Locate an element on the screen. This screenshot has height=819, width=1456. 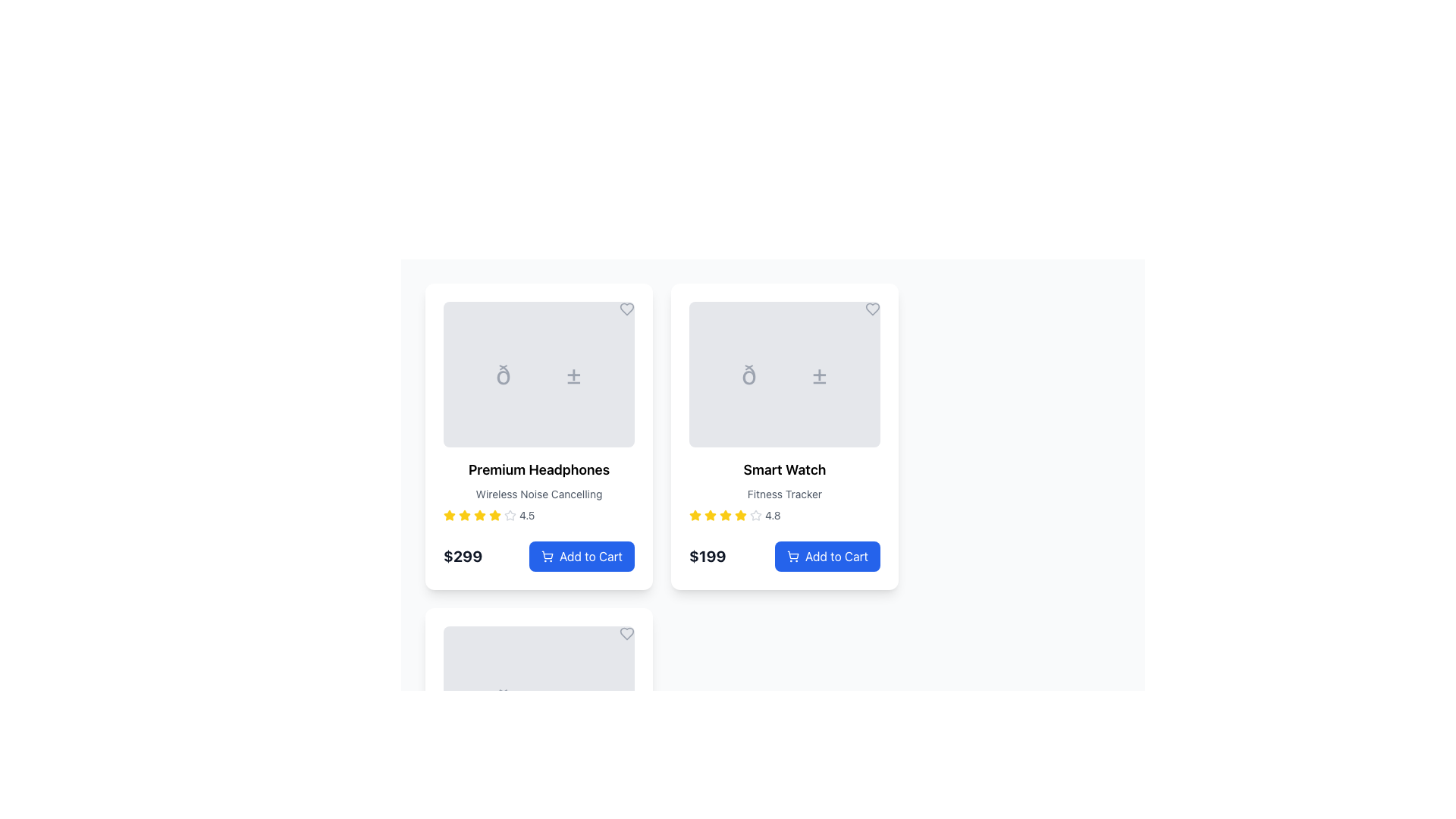
the third star icon is located at coordinates (741, 514).